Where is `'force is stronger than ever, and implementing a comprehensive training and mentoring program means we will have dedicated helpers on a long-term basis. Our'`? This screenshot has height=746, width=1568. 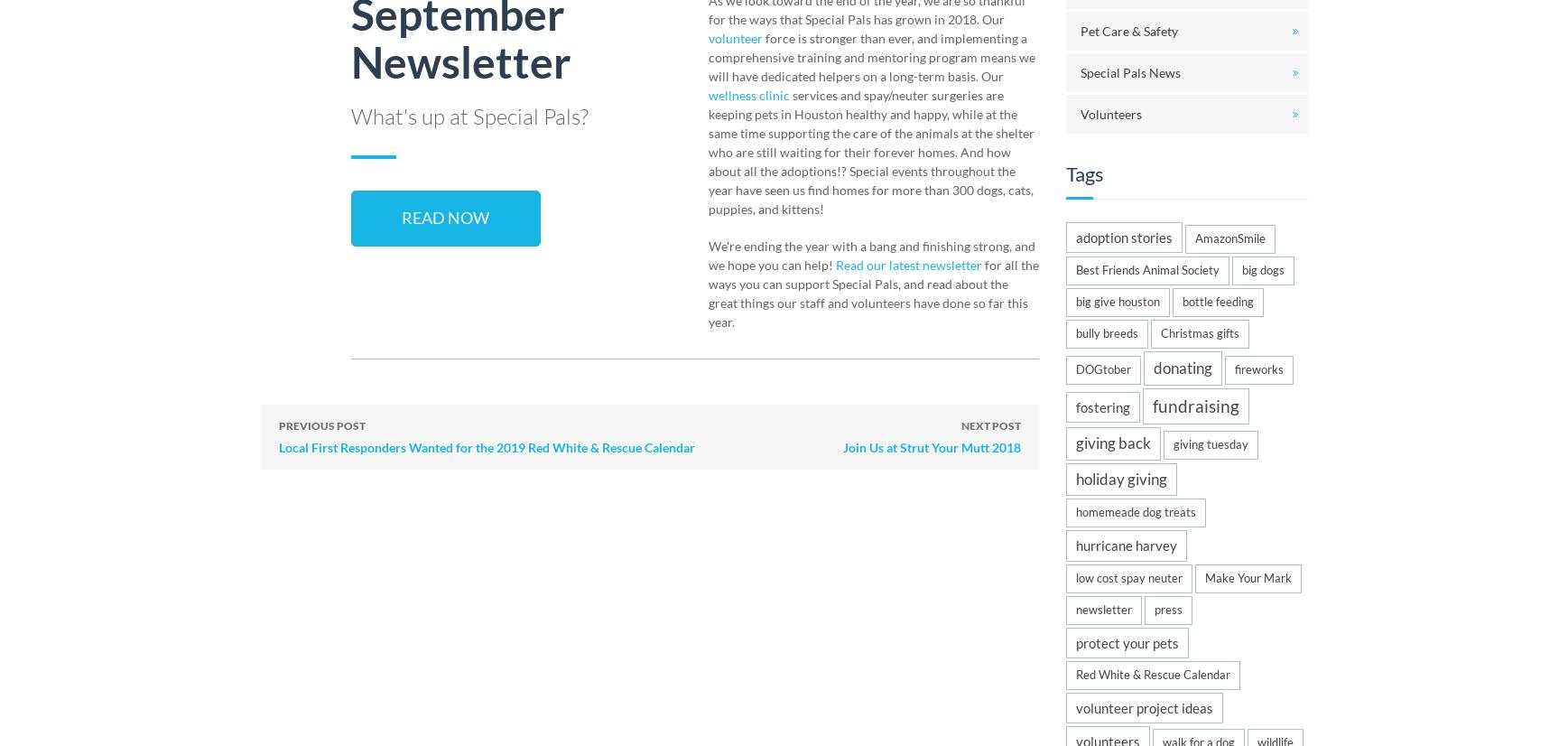 'force is stronger than ever, and implementing a comprehensive training and mentoring program means we will have dedicated helpers on a long-term basis. Our' is located at coordinates (871, 57).